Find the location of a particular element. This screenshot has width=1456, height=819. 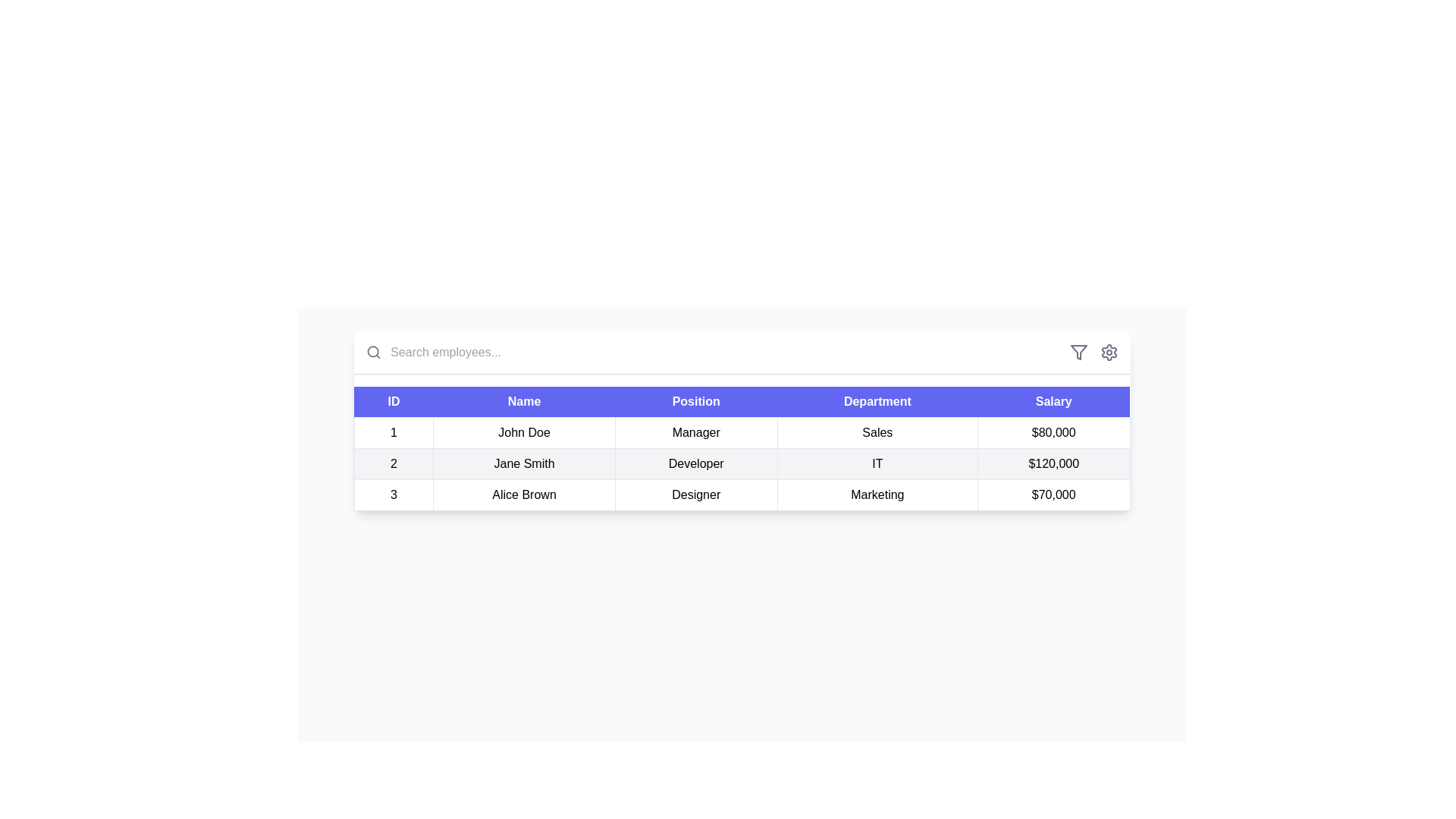

the text input field with placeholder text 'Search employees...' to trigger tooltip or visual effects is located at coordinates (466, 353).